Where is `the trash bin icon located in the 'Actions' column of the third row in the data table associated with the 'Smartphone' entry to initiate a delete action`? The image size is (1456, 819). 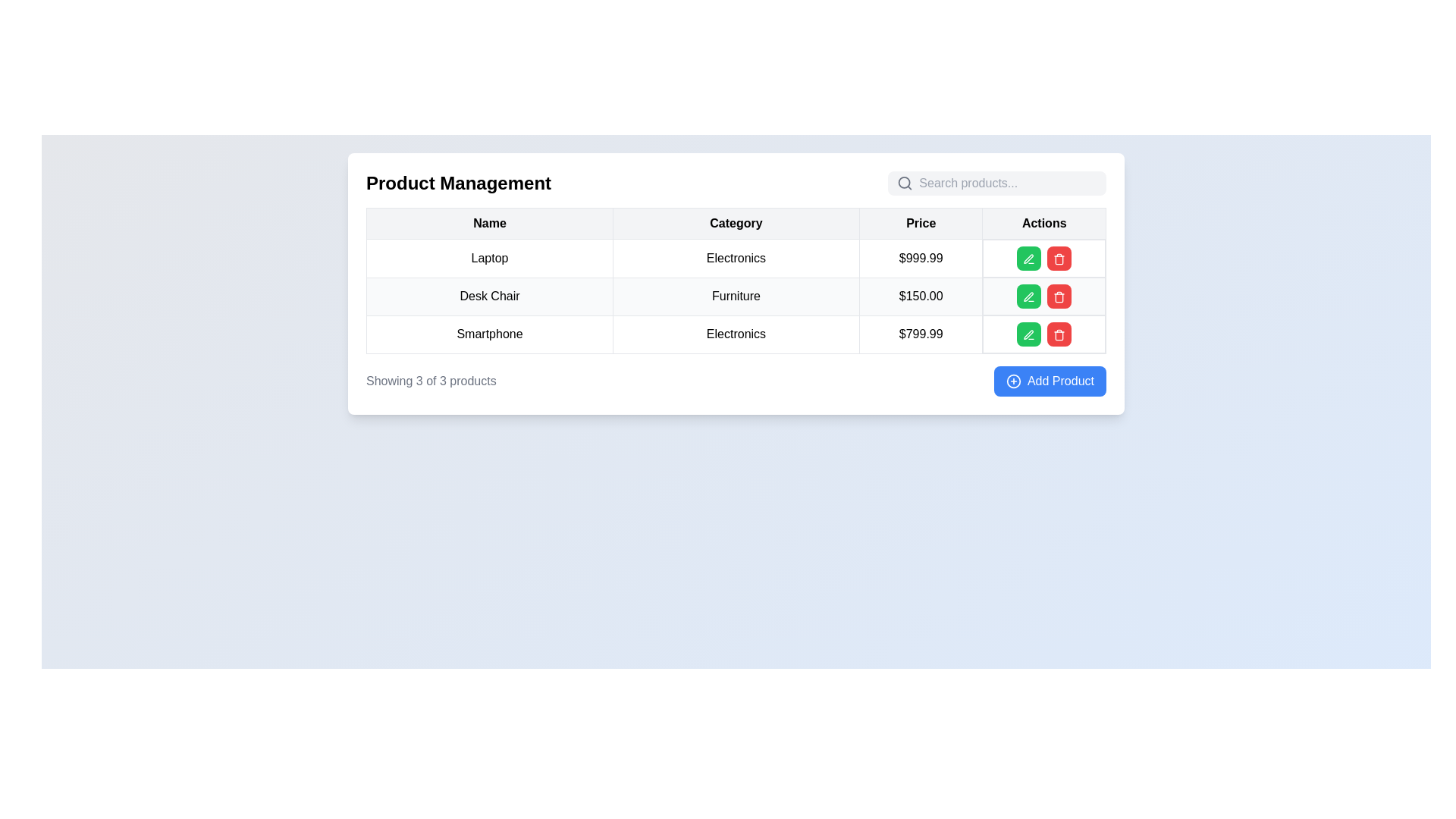 the trash bin icon located in the 'Actions' column of the third row in the data table associated with the 'Smartphone' entry to initiate a delete action is located at coordinates (1059, 259).